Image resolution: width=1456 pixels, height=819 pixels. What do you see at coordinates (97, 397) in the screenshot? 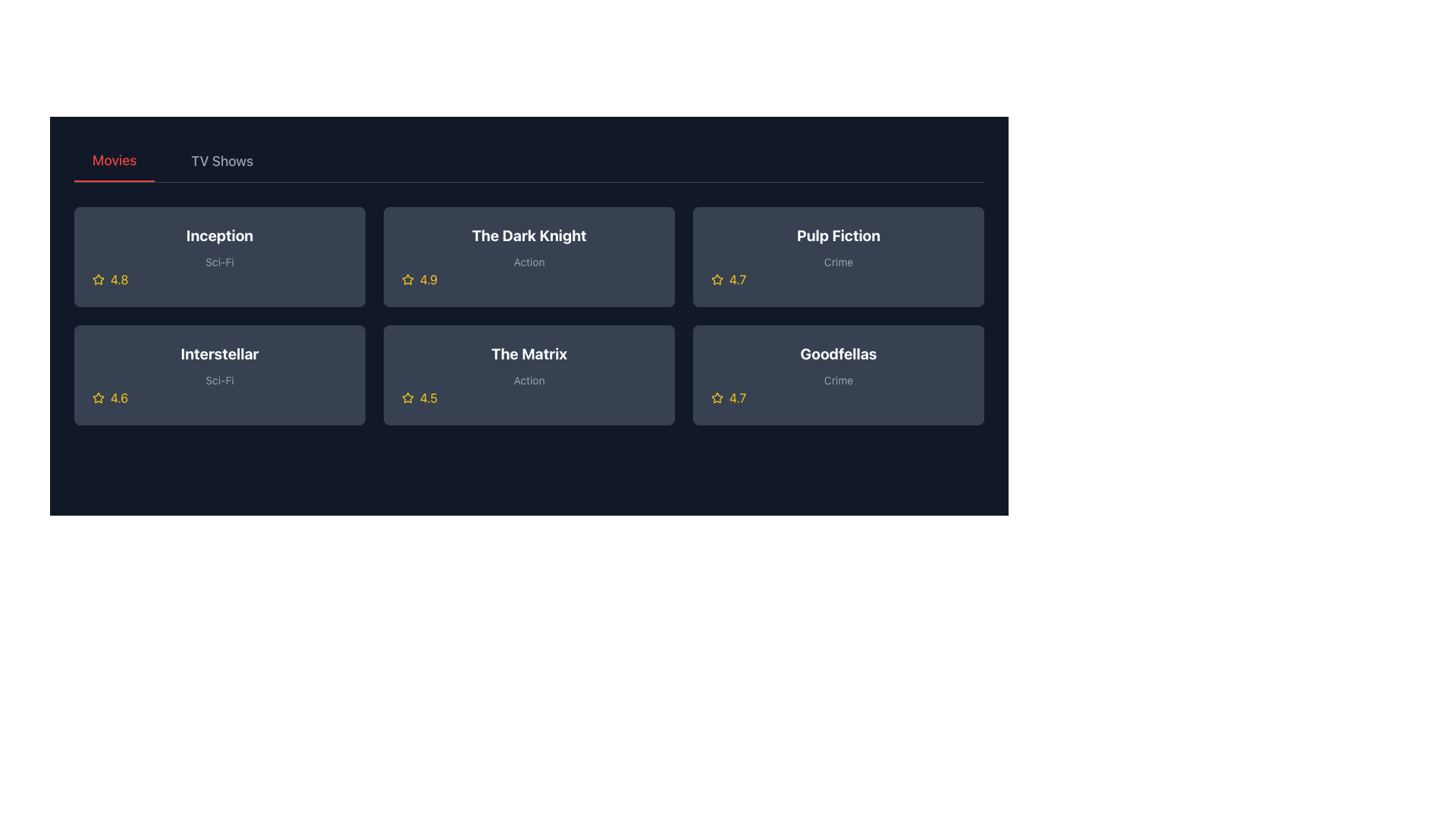
I see `the rating icon for the movie 'Interstellar', located in the bottom row of the movie grid, to the left of the numerical rating value '4.6'` at bounding box center [97, 397].